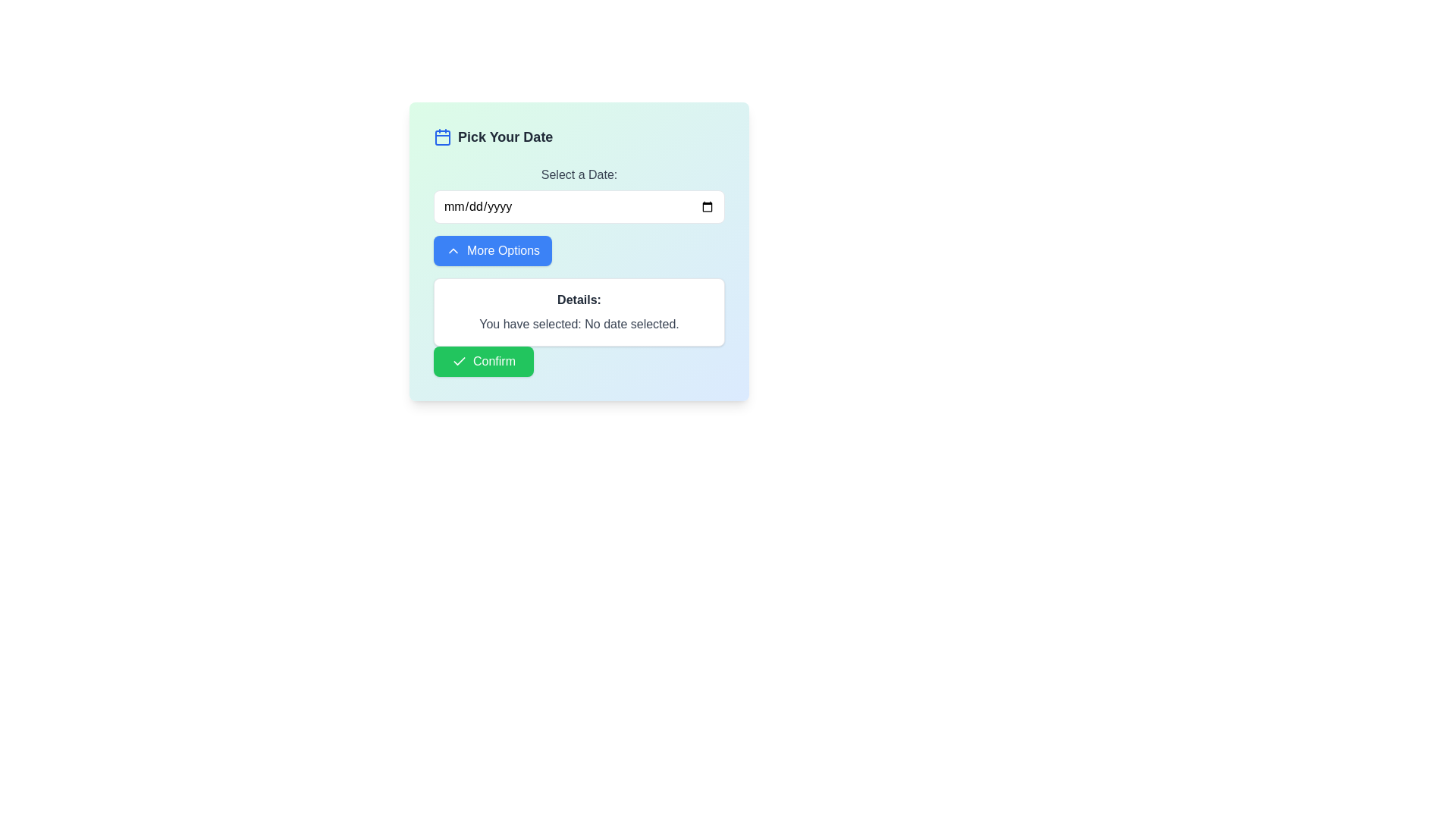  What do you see at coordinates (493, 250) in the screenshot?
I see `the 'More Options' button` at bounding box center [493, 250].